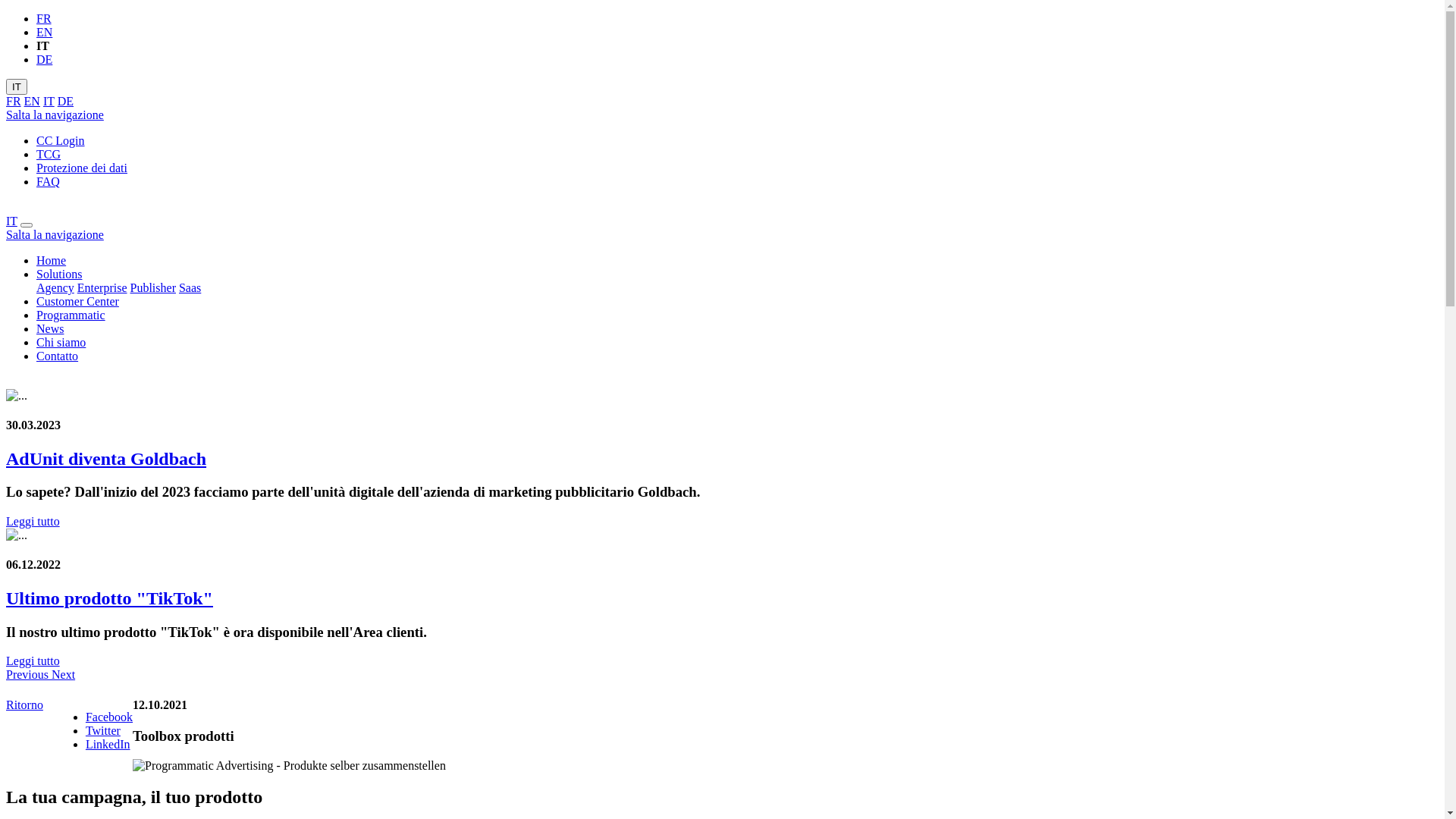  I want to click on 'Enterprise', so click(101, 287).